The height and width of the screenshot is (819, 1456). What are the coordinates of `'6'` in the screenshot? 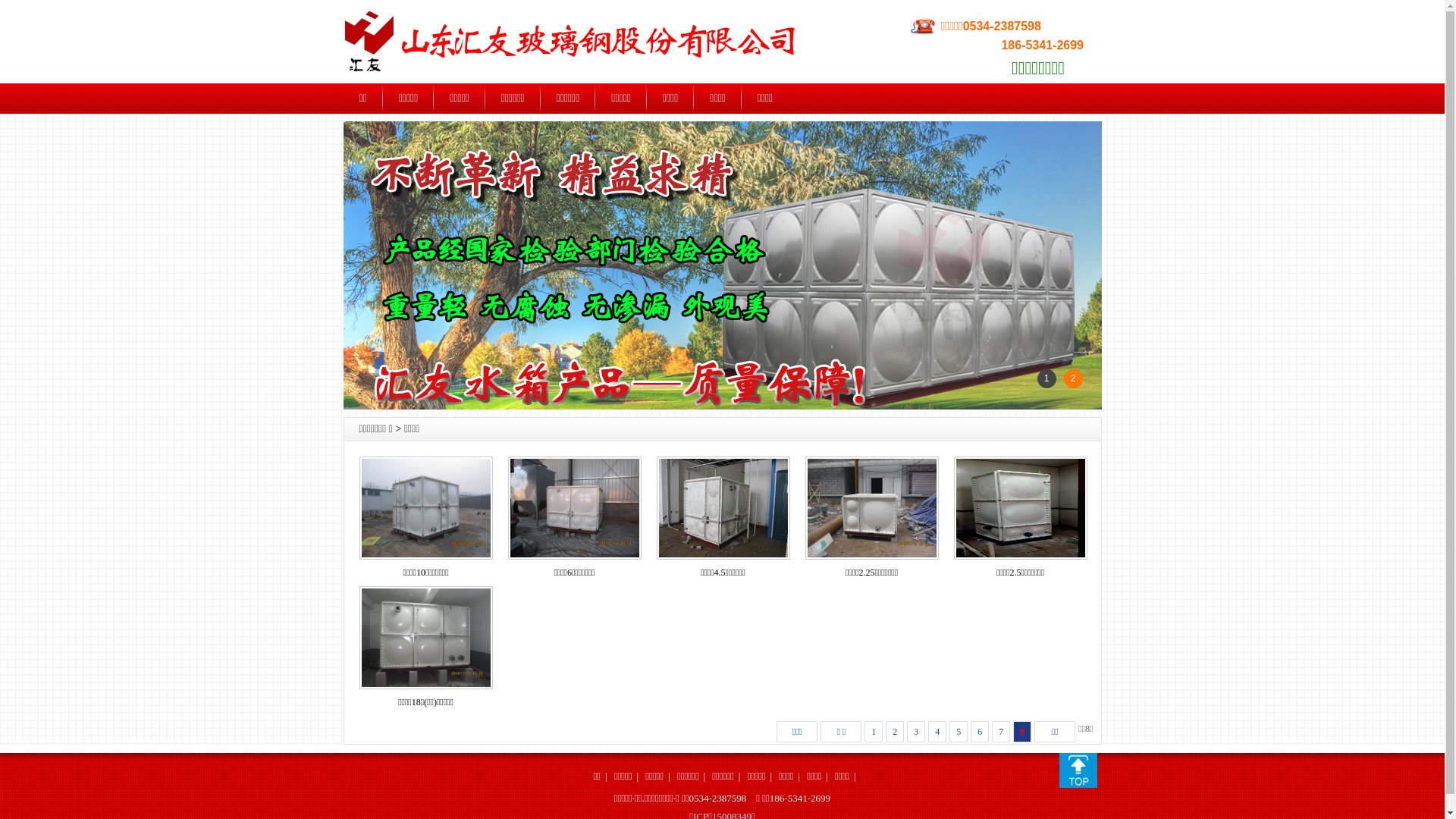 It's located at (979, 730).